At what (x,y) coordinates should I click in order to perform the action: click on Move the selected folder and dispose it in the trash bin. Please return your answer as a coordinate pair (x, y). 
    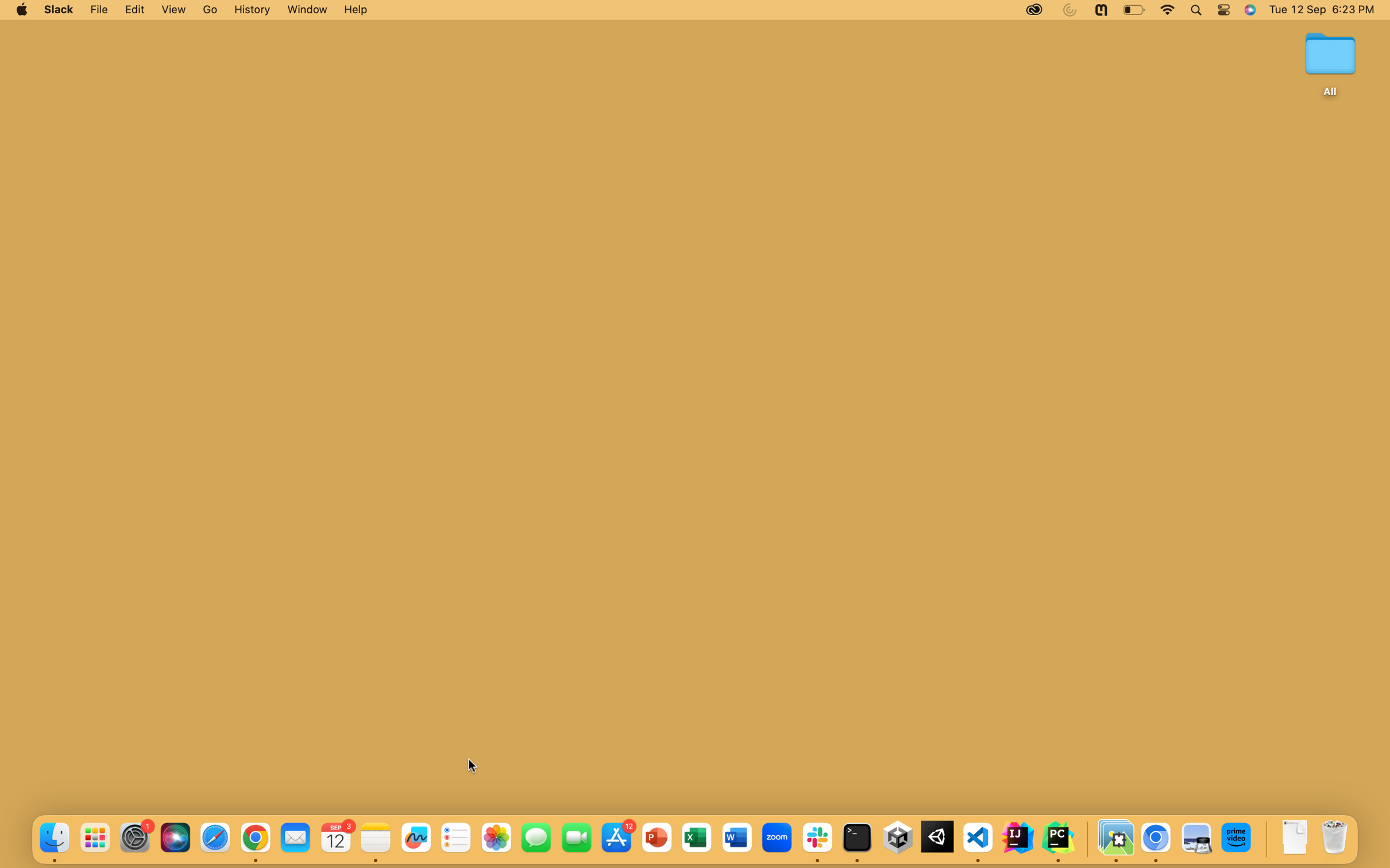
    Looking at the image, I should click on (4472325, 139748).